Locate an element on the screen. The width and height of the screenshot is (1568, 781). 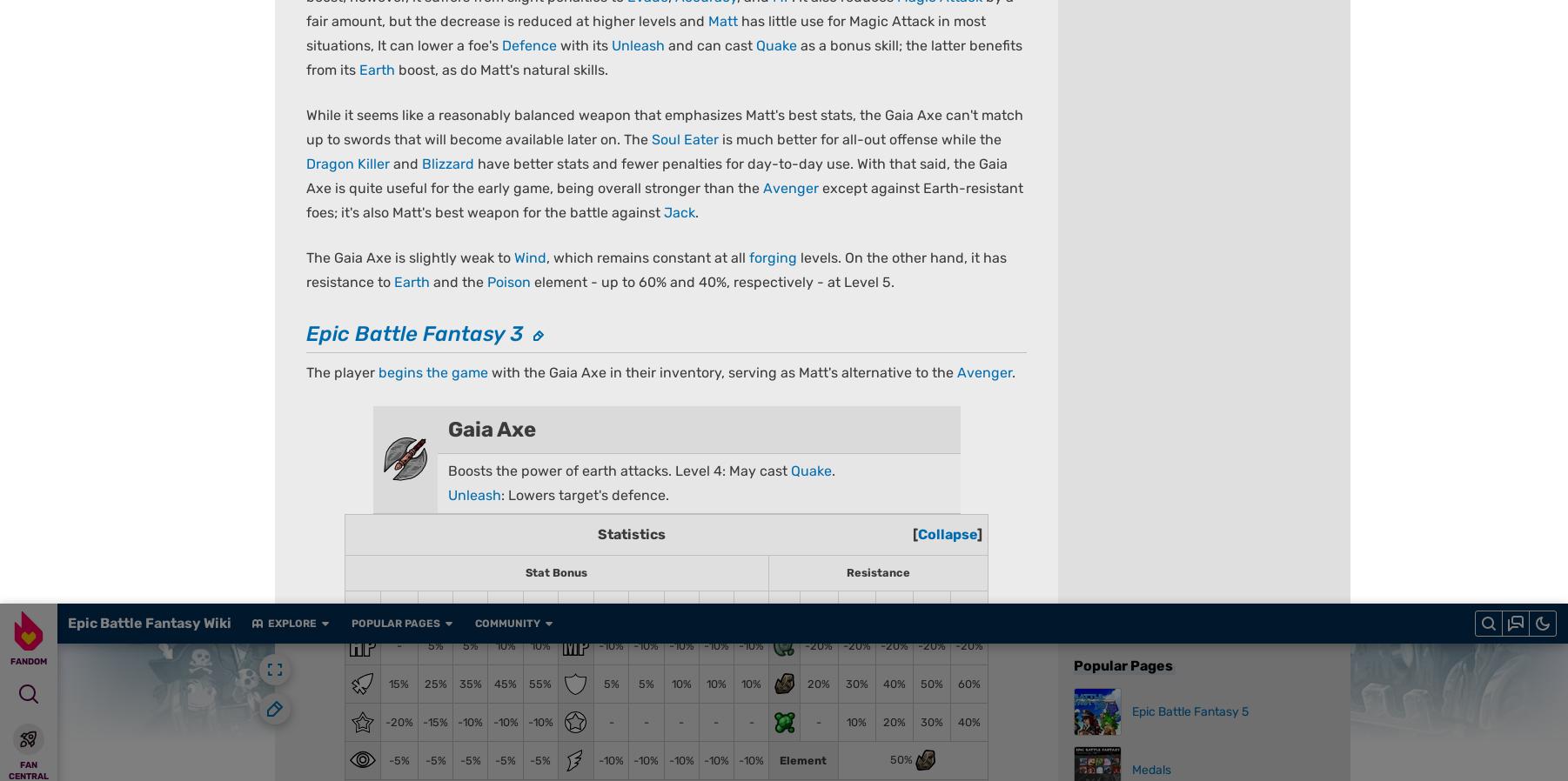
'Privacy Policy' is located at coordinates (641, 770).